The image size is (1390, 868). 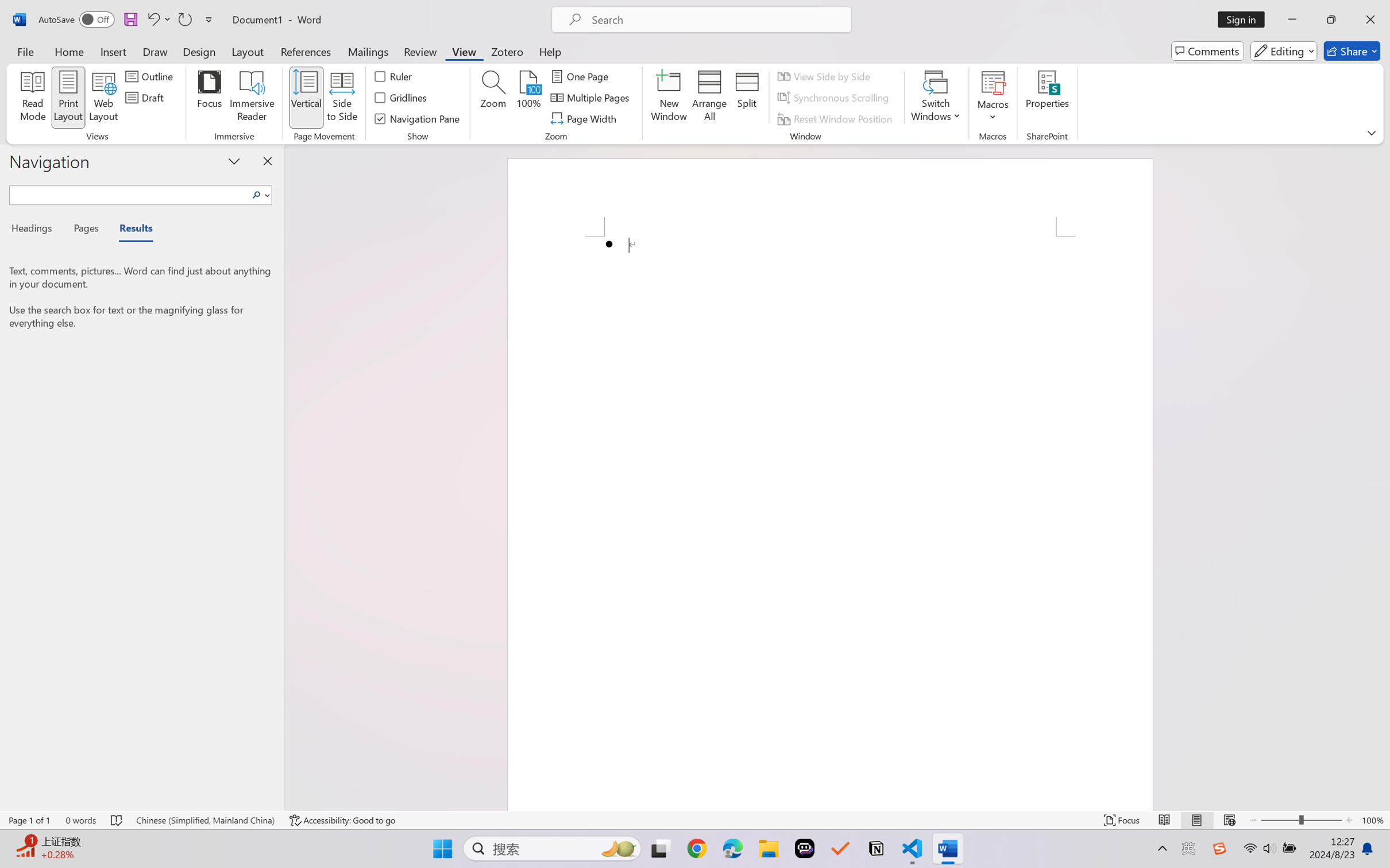 What do you see at coordinates (129, 192) in the screenshot?
I see `'Search document'` at bounding box center [129, 192].